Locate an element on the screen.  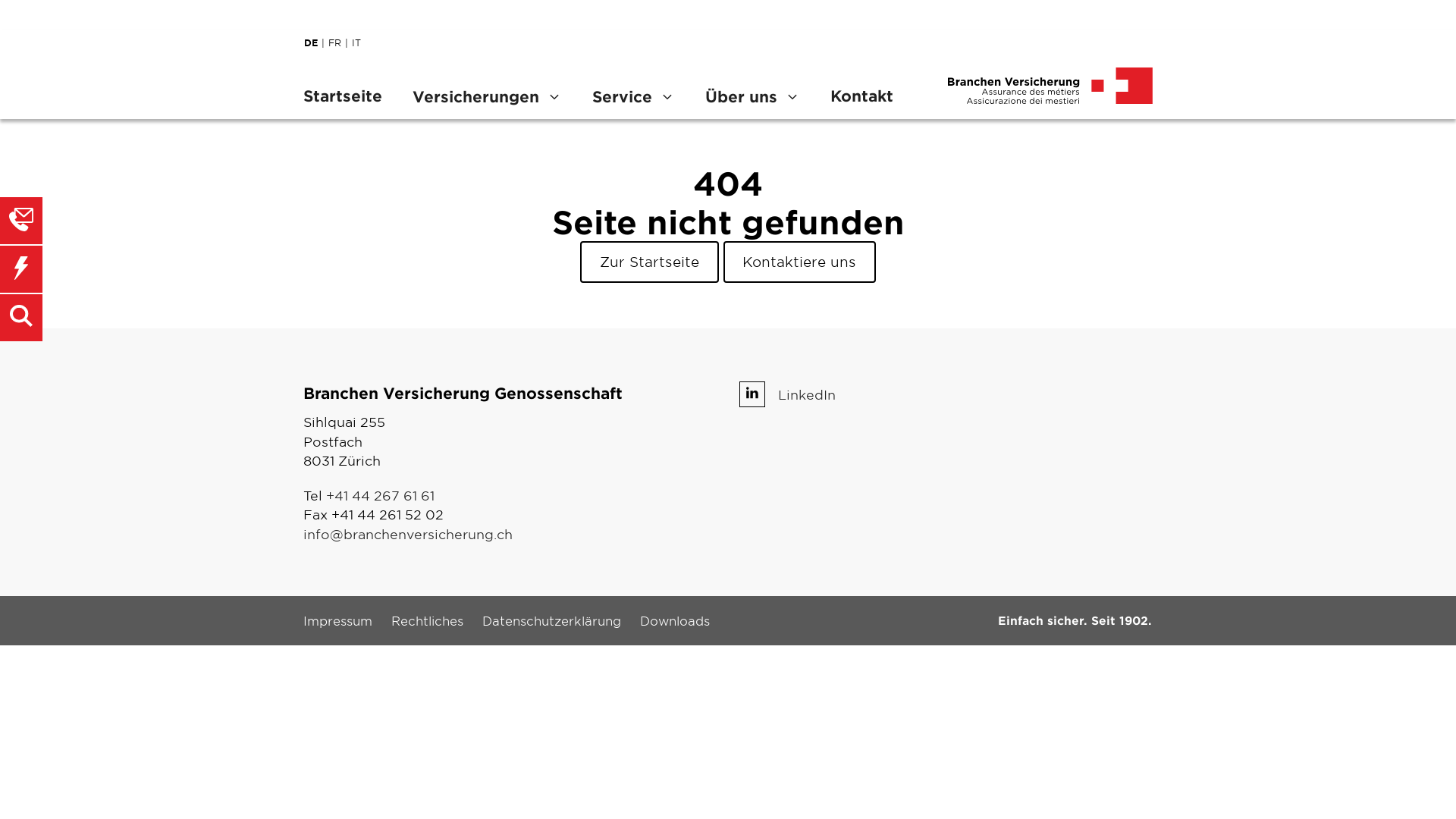
'Downloads' is located at coordinates (673, 620).